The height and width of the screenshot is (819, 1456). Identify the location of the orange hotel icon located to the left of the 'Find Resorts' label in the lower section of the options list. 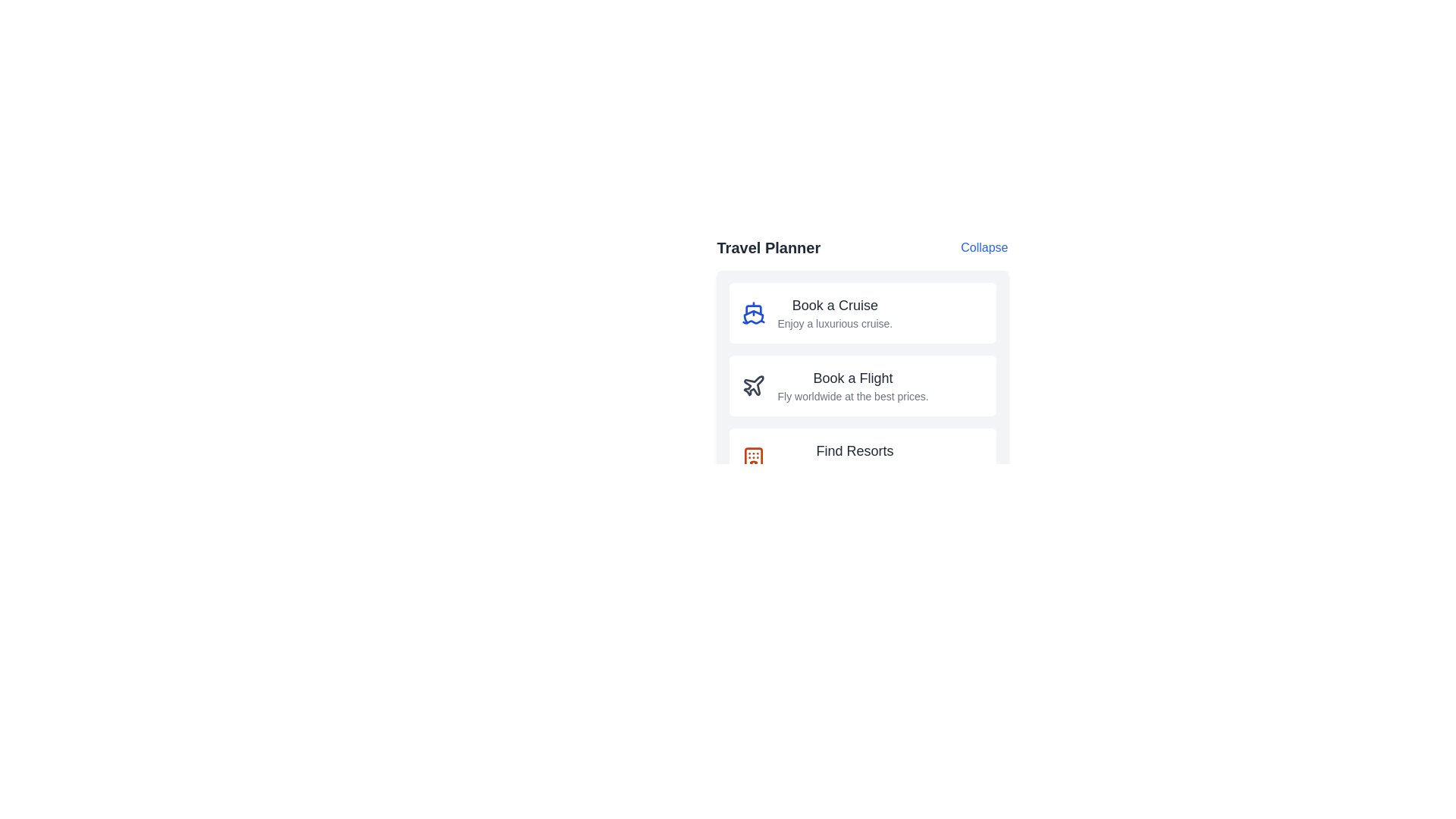
(753, 458).